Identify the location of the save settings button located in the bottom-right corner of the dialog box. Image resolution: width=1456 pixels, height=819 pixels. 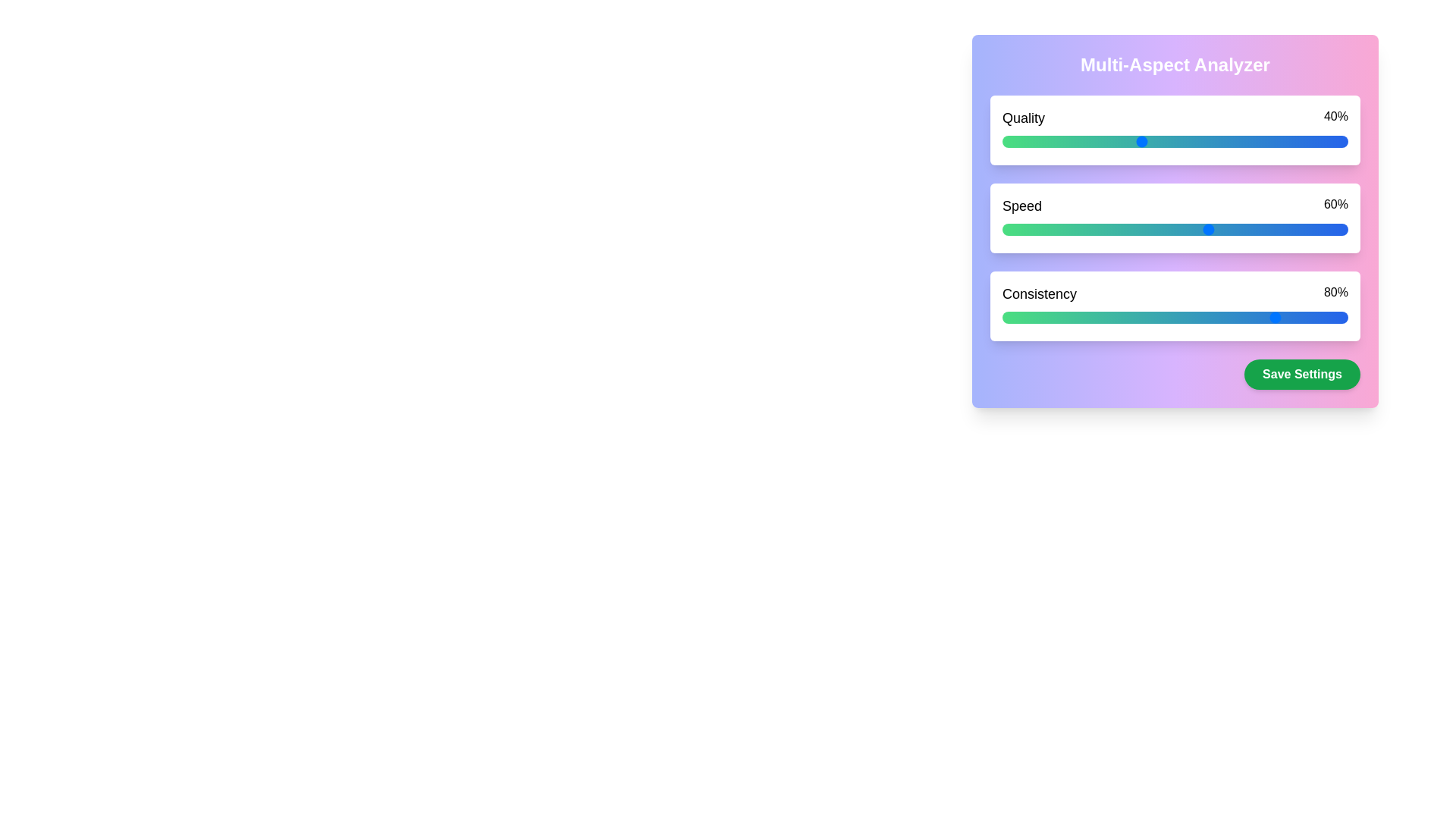
(1301, 374).